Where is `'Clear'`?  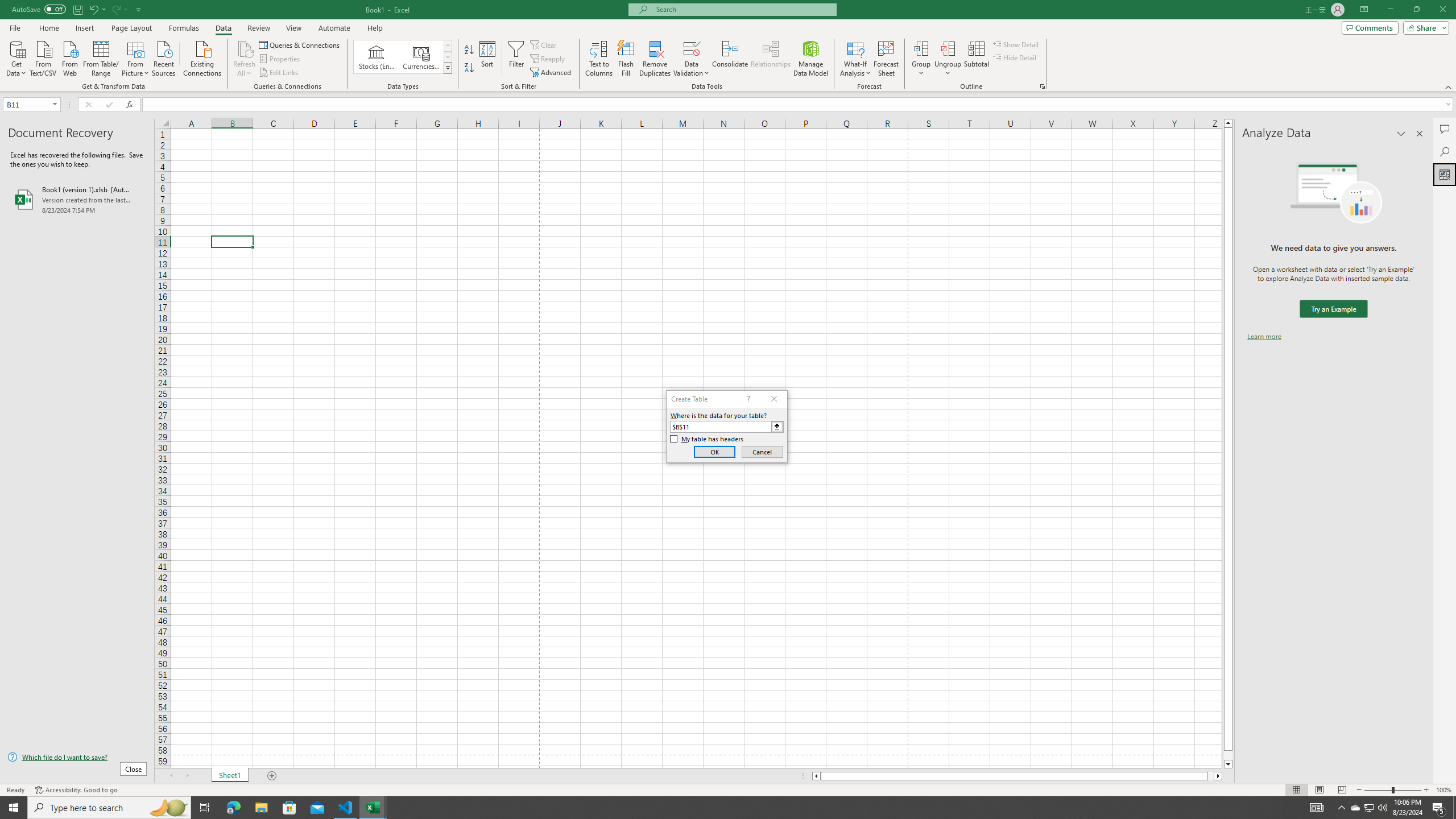
'Clear' is located at coordinates (544, 44).